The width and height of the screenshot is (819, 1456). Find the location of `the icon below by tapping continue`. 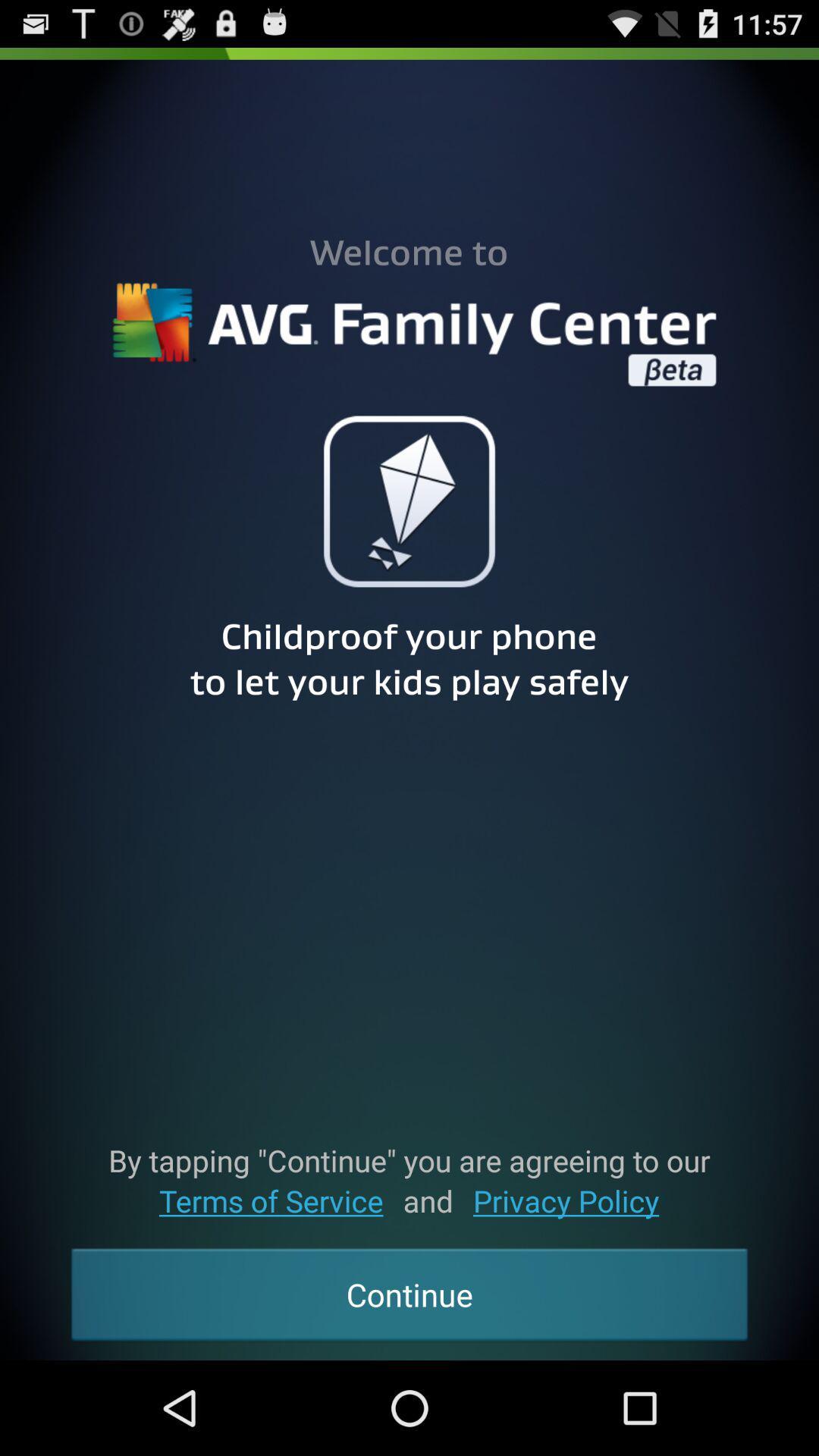

the icon below by tapping continue is located at coordinates (270, 1200).